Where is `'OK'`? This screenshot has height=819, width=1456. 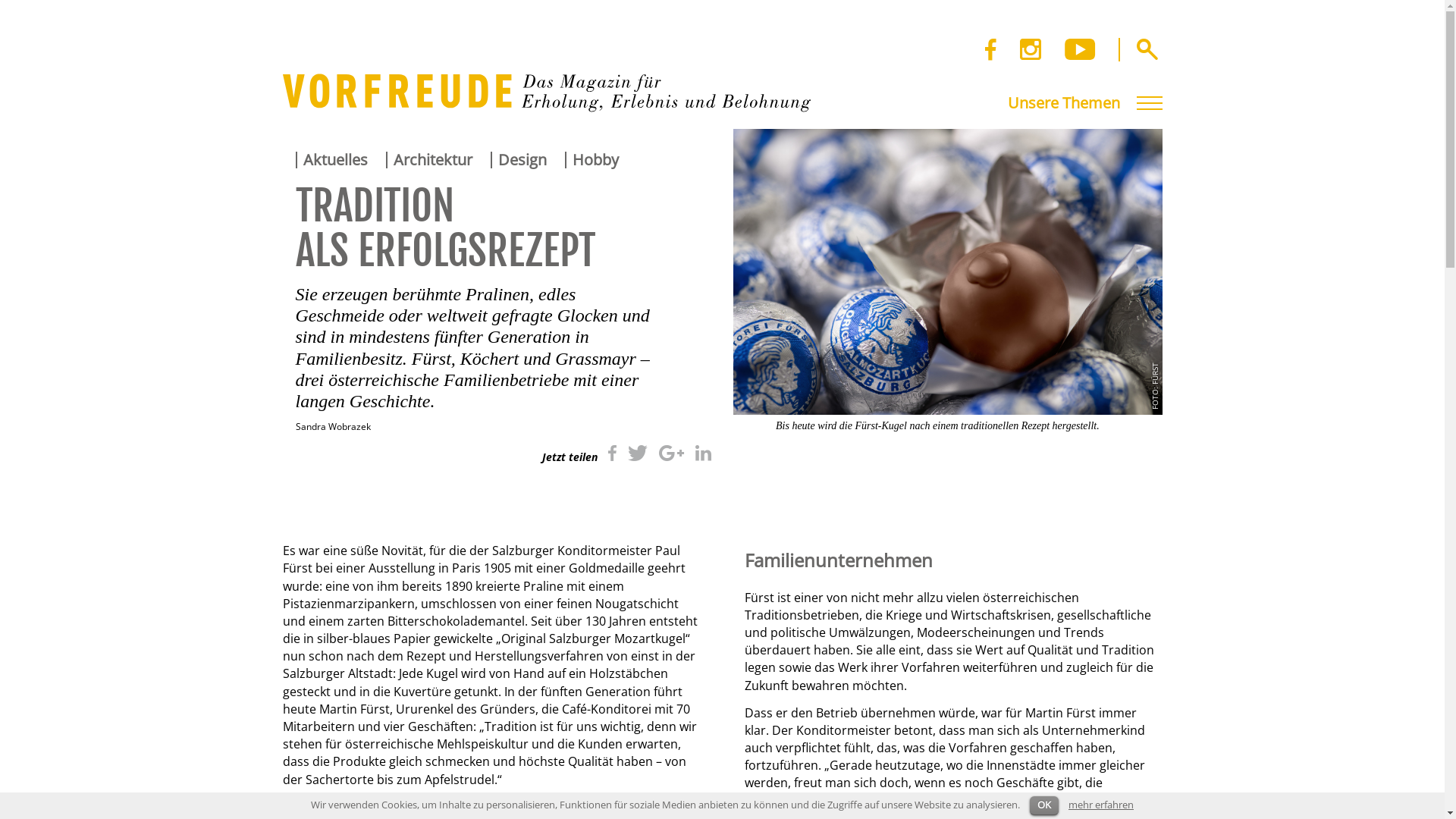
'OK' is located at coordinates (1030, 805).